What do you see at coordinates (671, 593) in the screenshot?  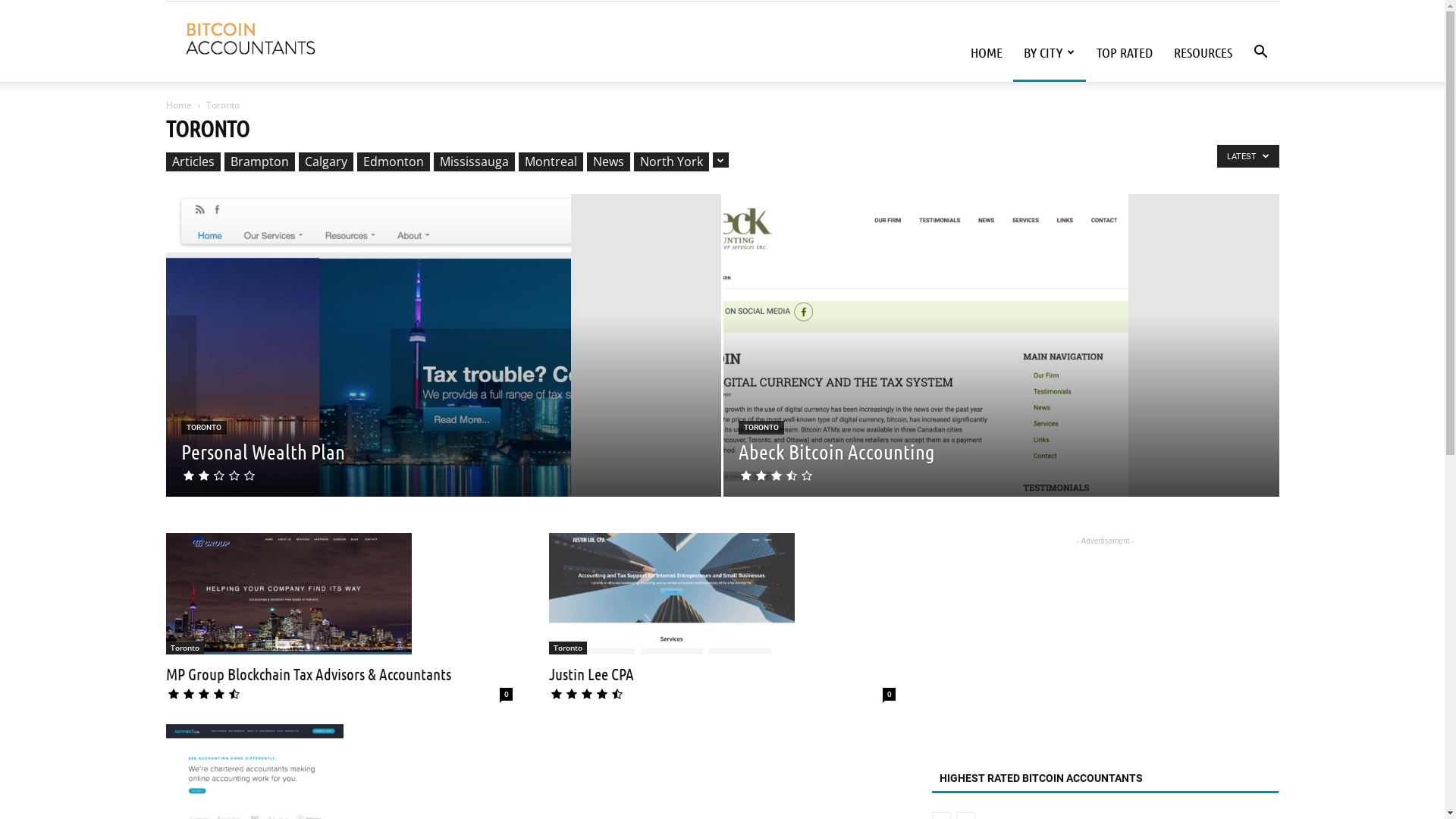 I see `'Justin Lee CPA'` at bounding box center [671, 593].